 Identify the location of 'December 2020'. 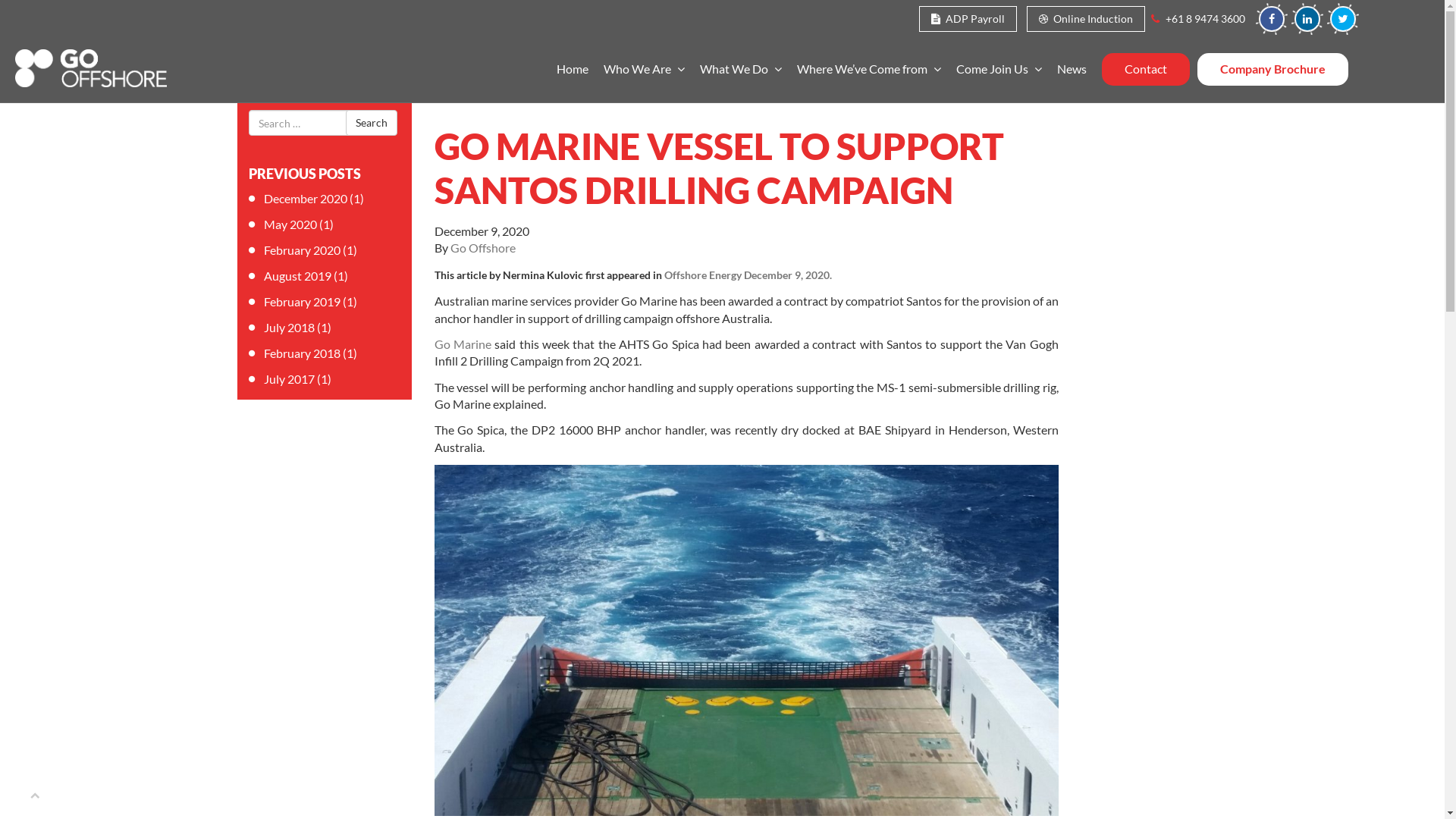
(305, 197).